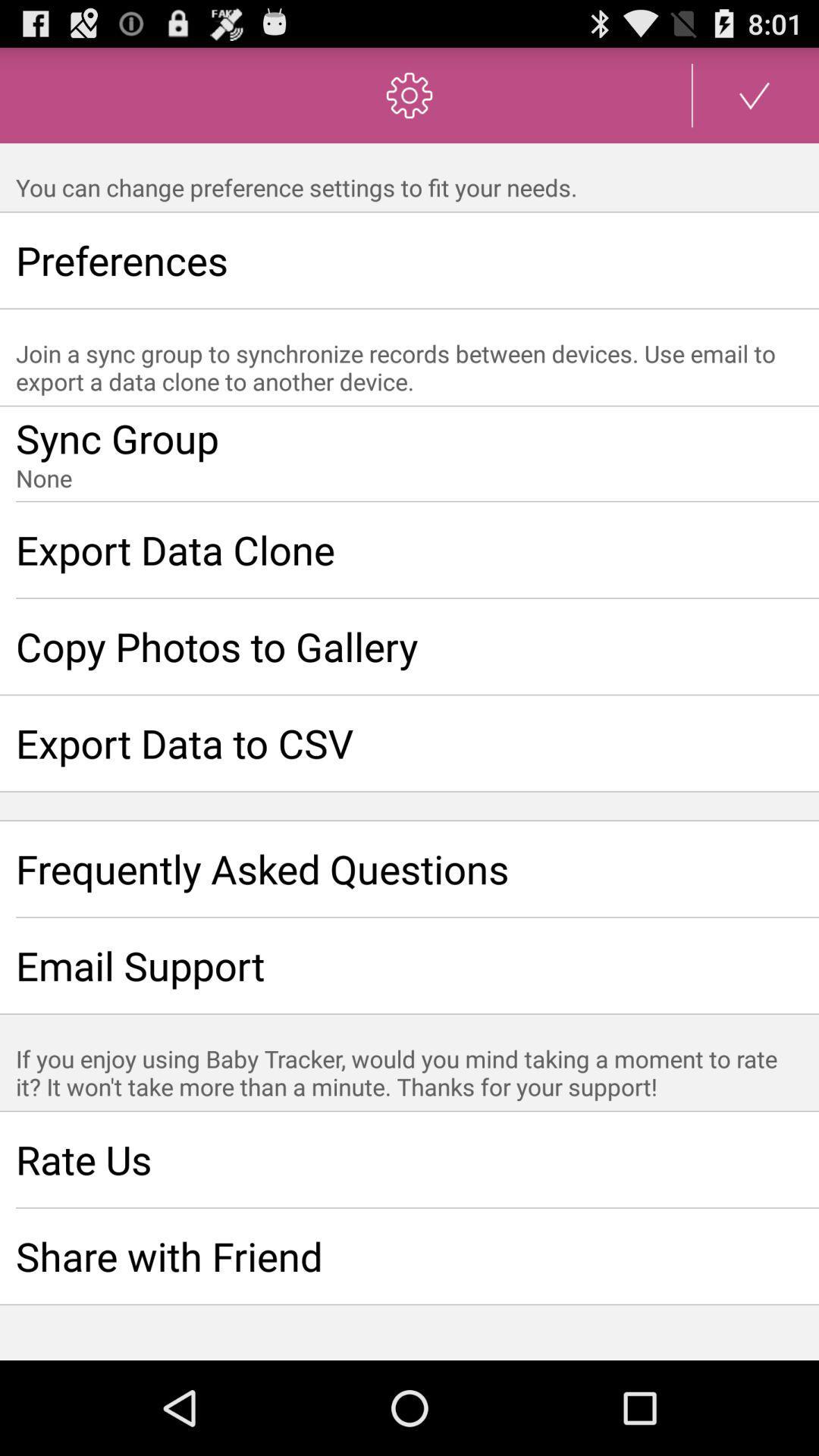 The image size is (819, 1456). Describe the element at coordinates (409, 1256) in the screenshot. I see `the share with friend button` at that location.